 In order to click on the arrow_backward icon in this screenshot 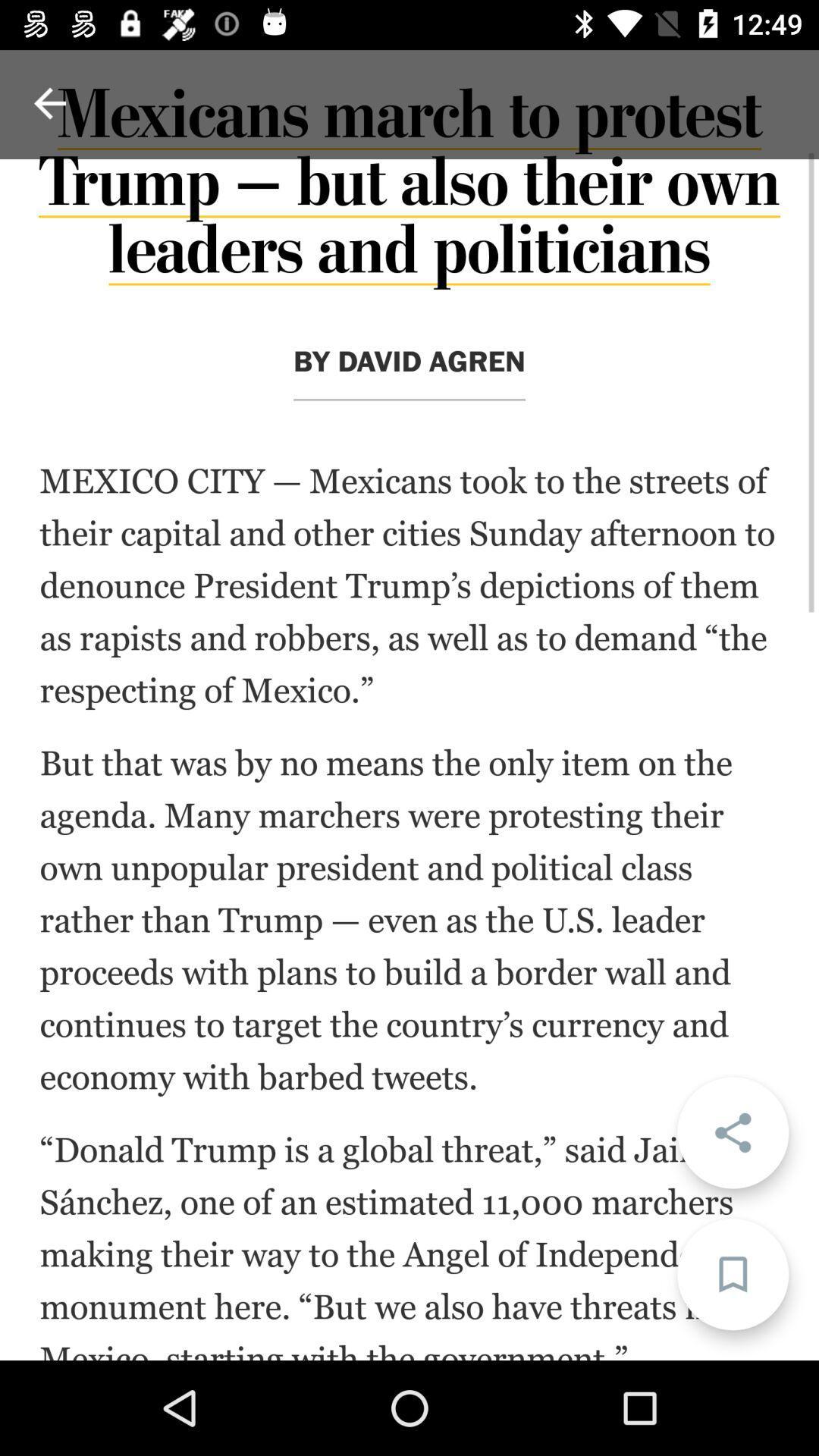, I will do `click(49, 102)`.